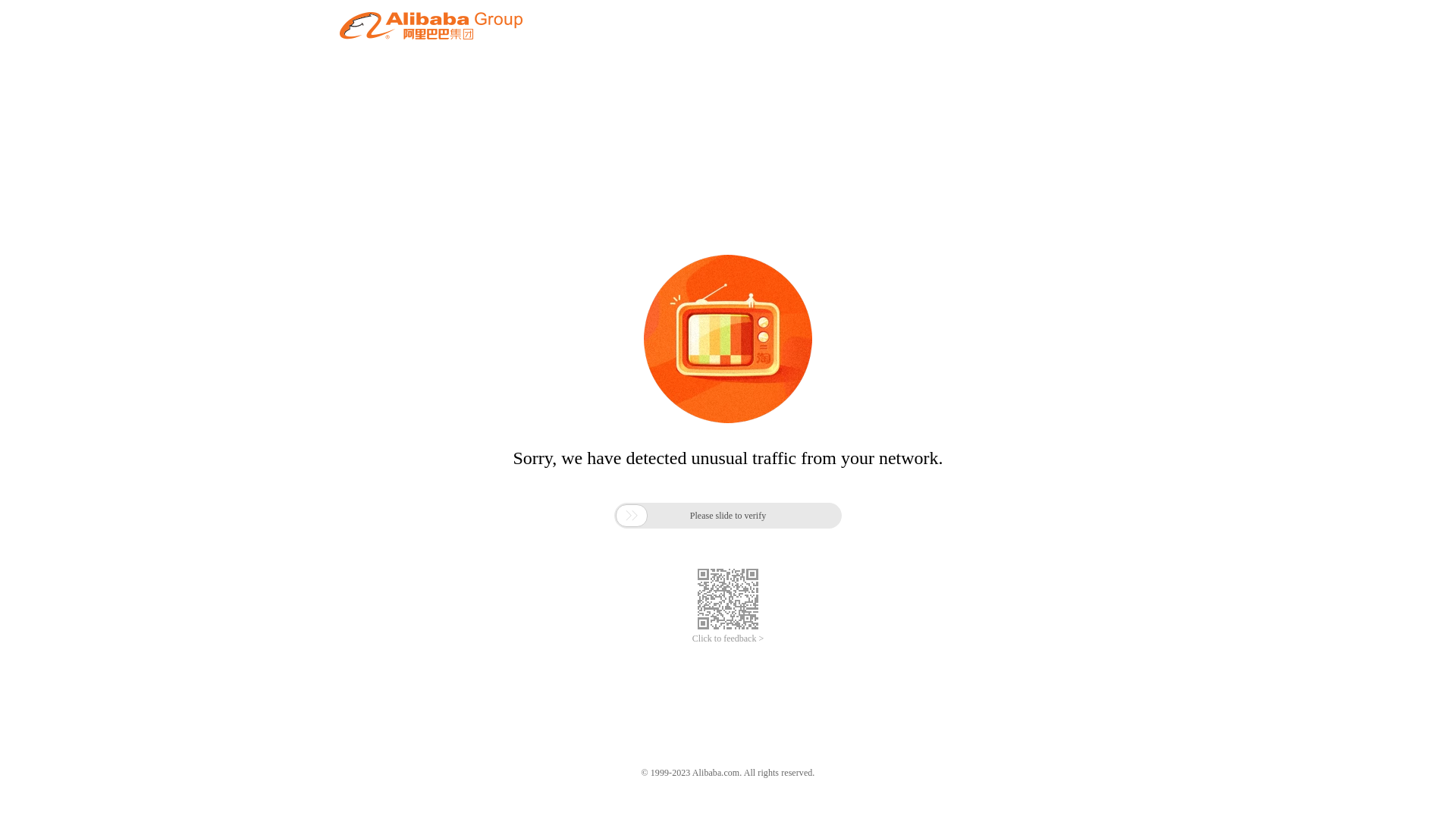 The width and height of the screenshot is (1456, 819). What do you see at coordinates (728, 639) in the screenshot?
I see `'Click to feedback >'` at bounding box center [728, 639].